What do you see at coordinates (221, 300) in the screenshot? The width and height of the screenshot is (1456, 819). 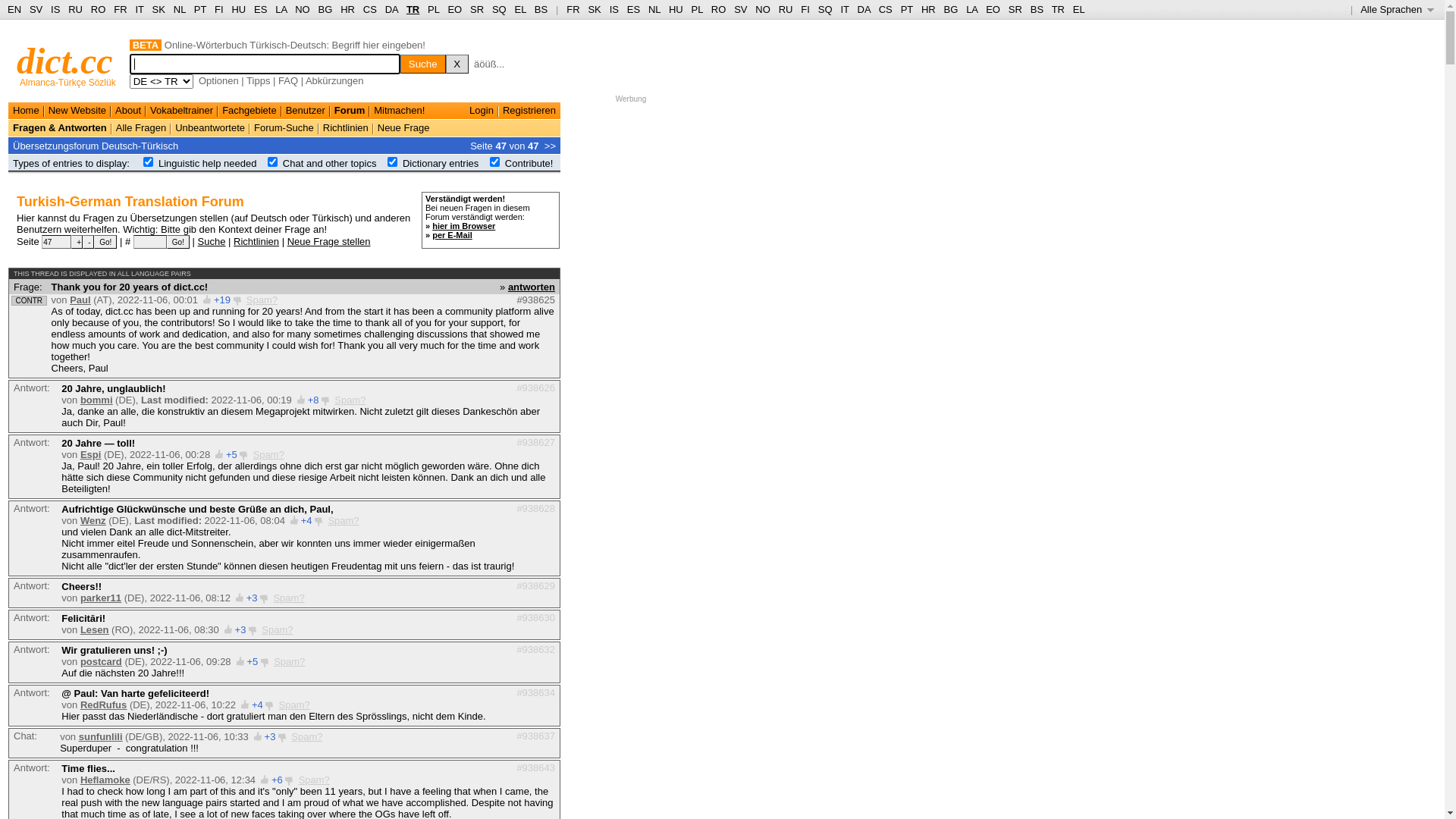 I see `'+19'` at bounding box center [221, 300].